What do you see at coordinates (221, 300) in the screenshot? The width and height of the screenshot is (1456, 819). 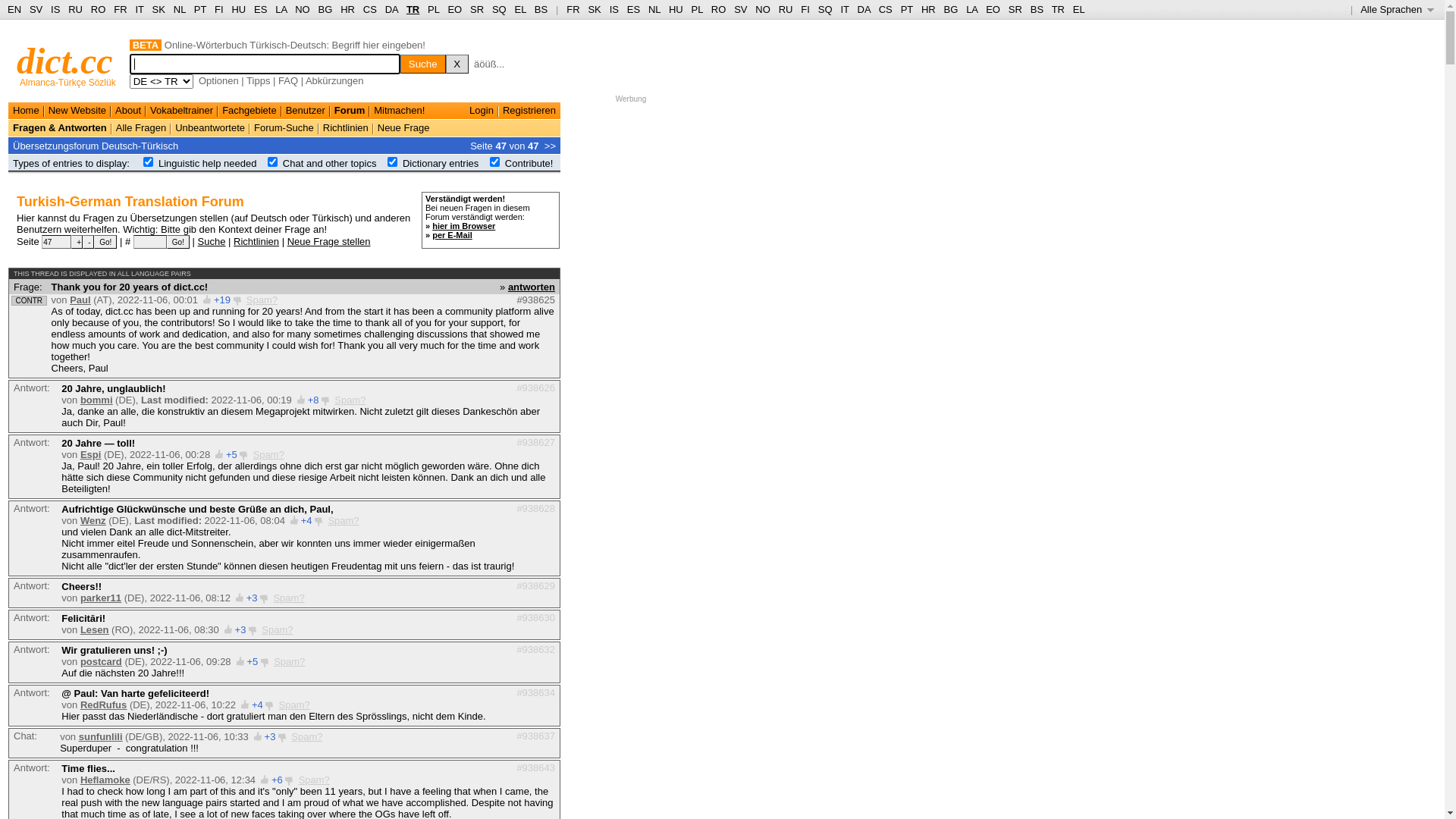 I see `'+19'` at bounding box center [221, 300].